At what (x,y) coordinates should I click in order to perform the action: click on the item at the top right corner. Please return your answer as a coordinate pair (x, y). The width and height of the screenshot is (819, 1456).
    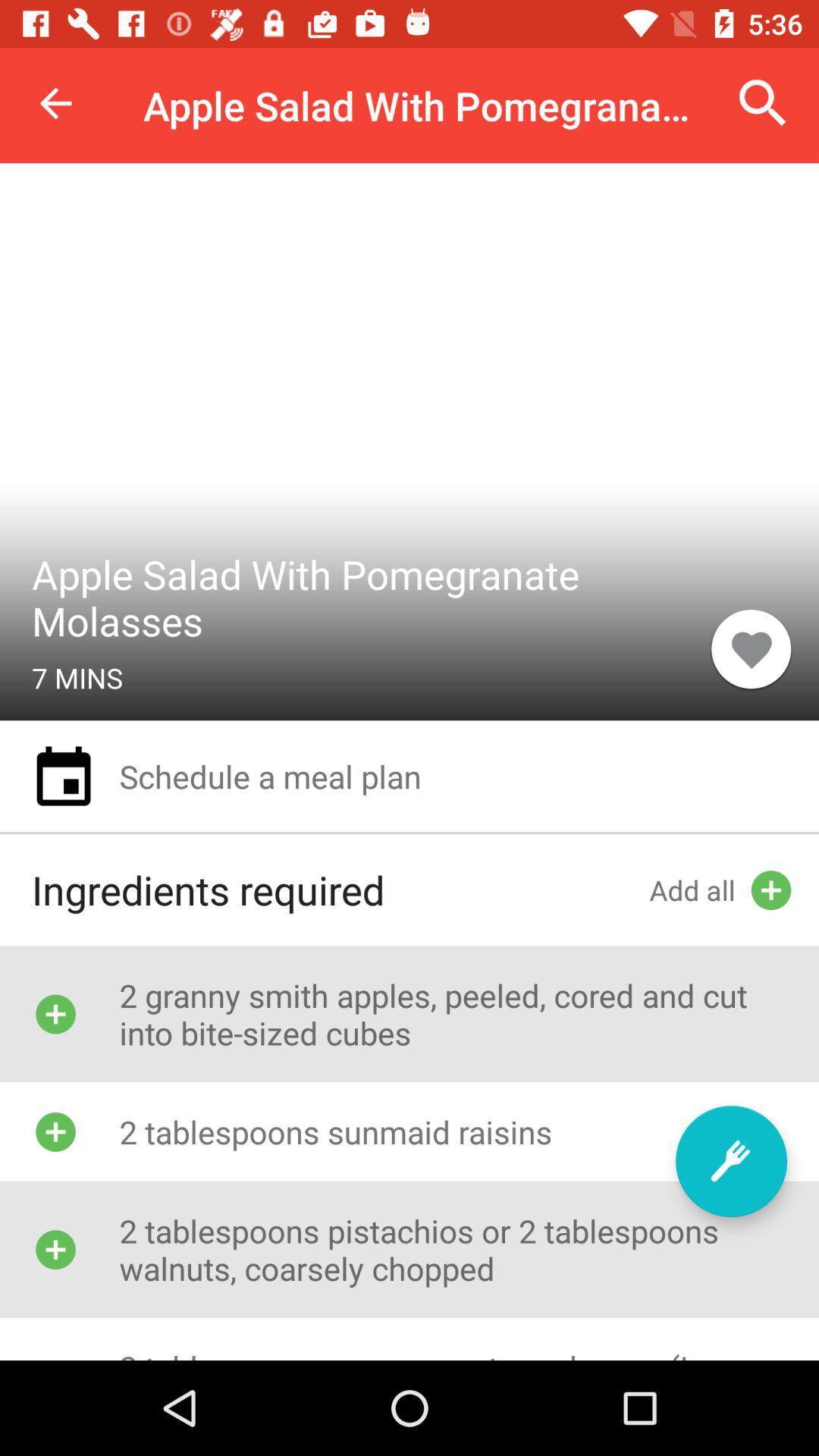
    Looking at the image, I should click on (763, 102).